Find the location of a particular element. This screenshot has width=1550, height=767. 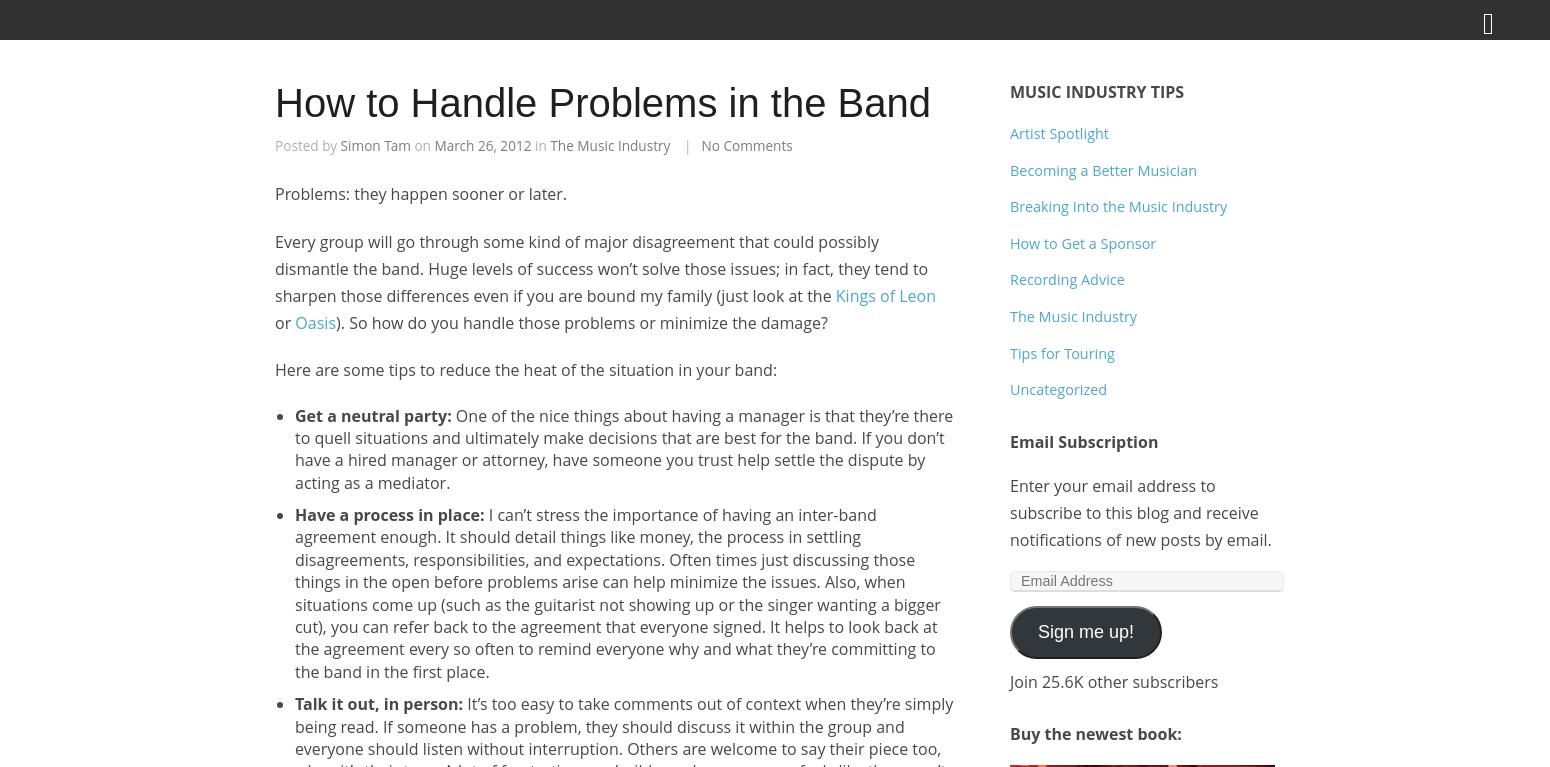

'How to Handle Problems in the Band' is located at coordinates (602, 102).